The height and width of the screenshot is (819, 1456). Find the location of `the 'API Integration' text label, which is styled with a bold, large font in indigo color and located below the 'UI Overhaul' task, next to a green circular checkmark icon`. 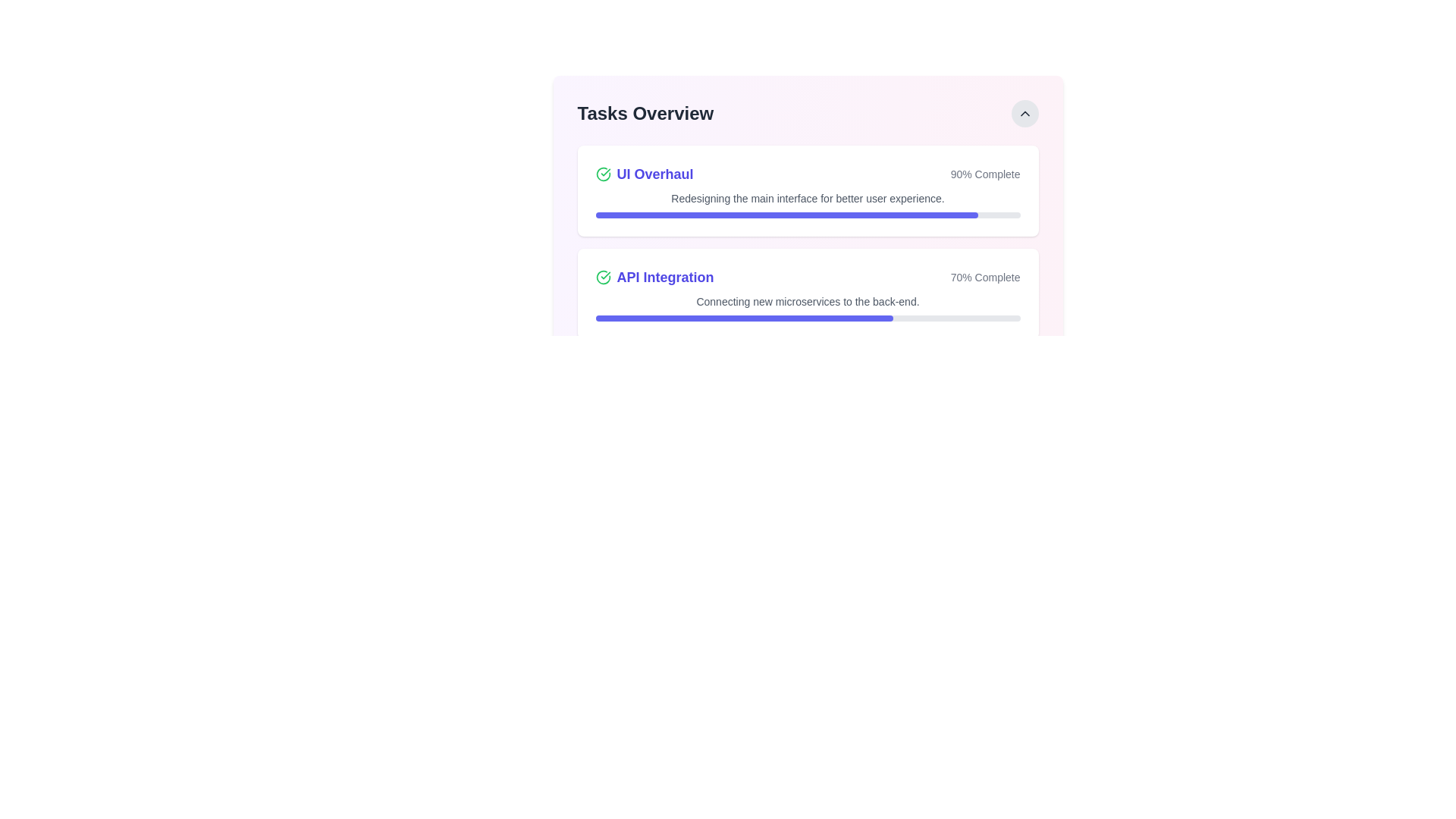

the 'API Integration' text label, which is styled with a bold, large font in indigo color and located below the 'UI Overhaul' task, next to a green circular checkmark icon is located at coordinates (654, 278).